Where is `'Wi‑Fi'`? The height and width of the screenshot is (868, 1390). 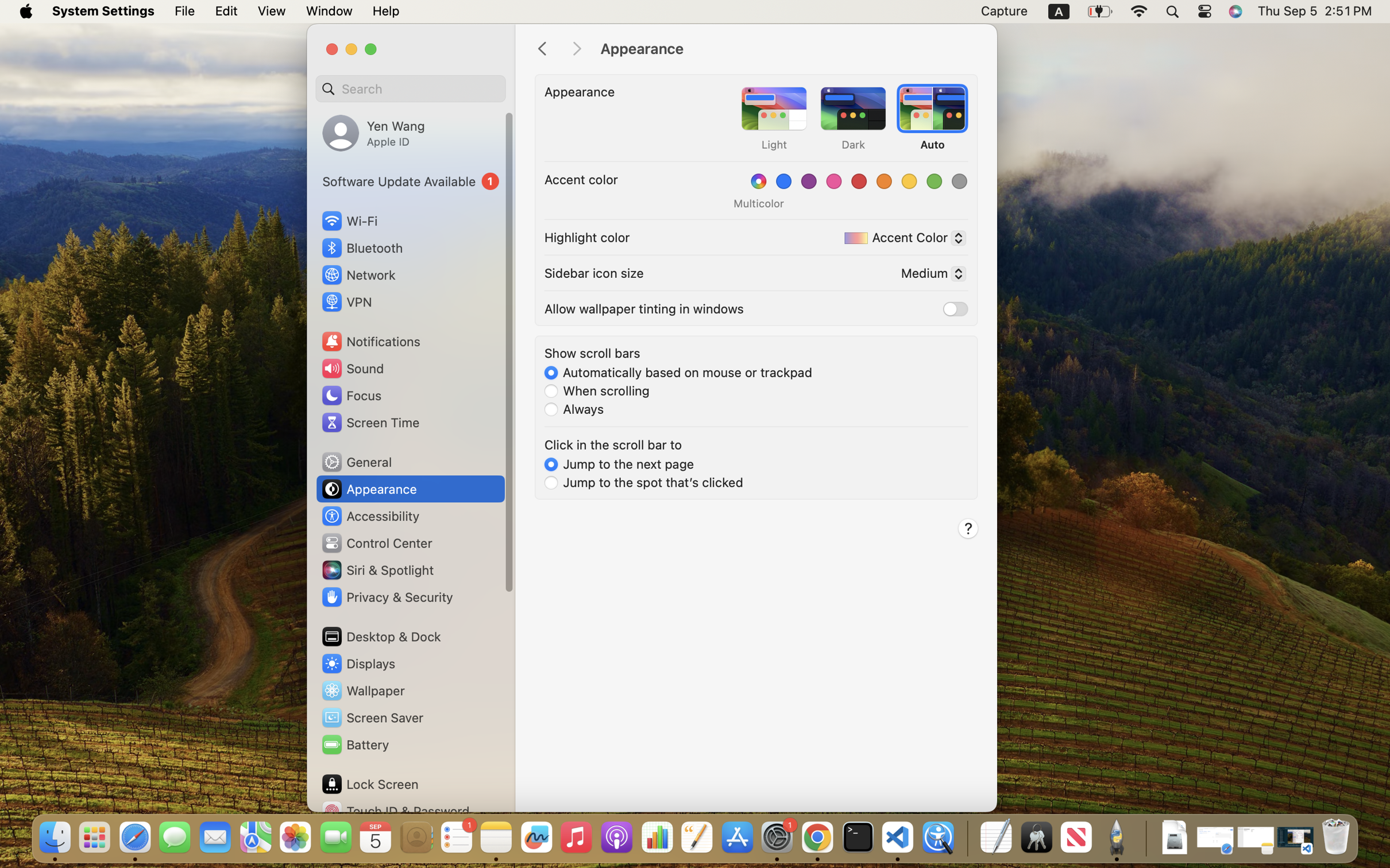
'Wi‑Fi' is located at coordinates (349, 220).